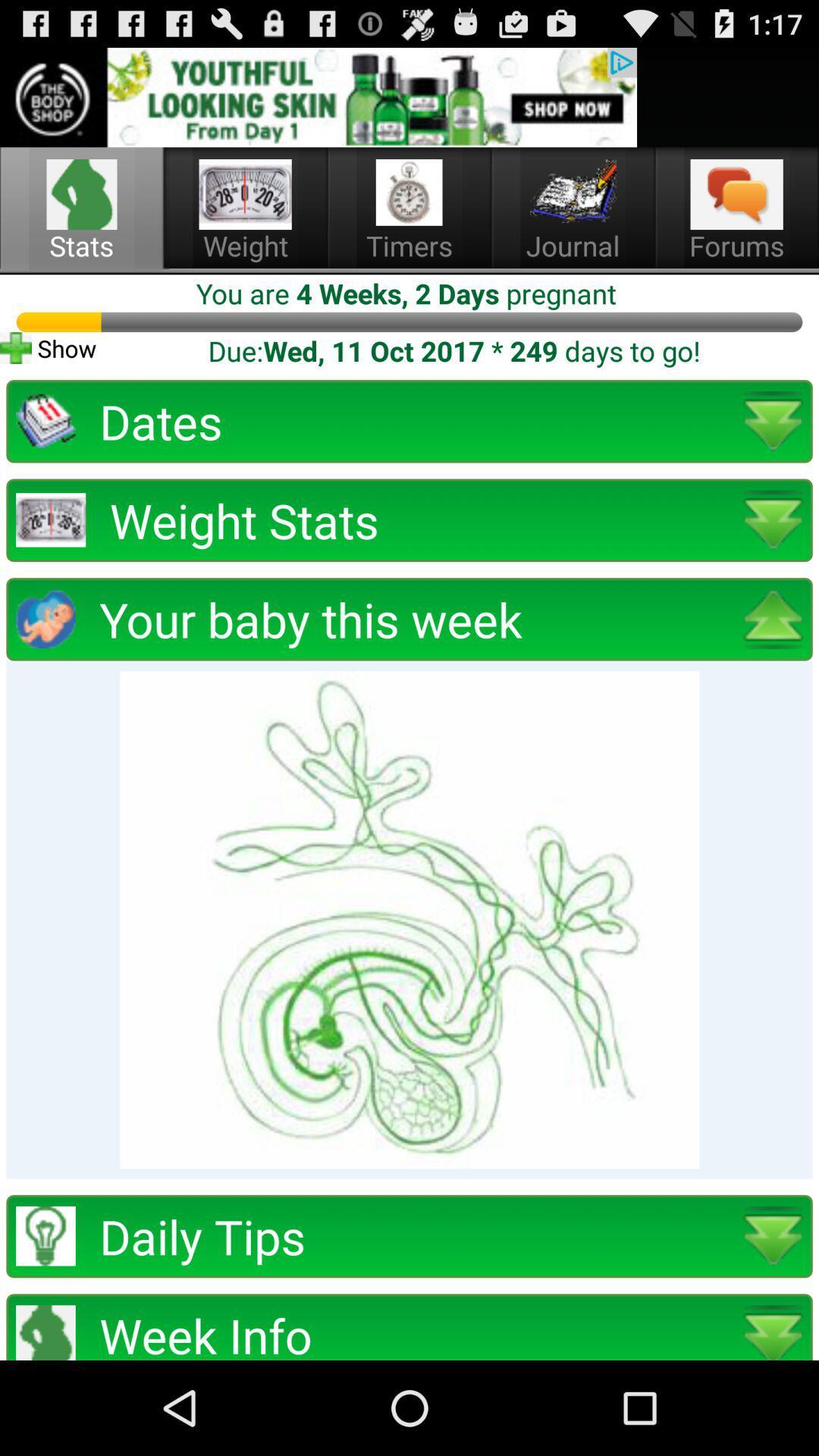 This screenshot has width=819, height=1456. What do you see at coordinates (318, 96) in the screenshot?
I see `open advertisement` at bounding box center [318, 96].